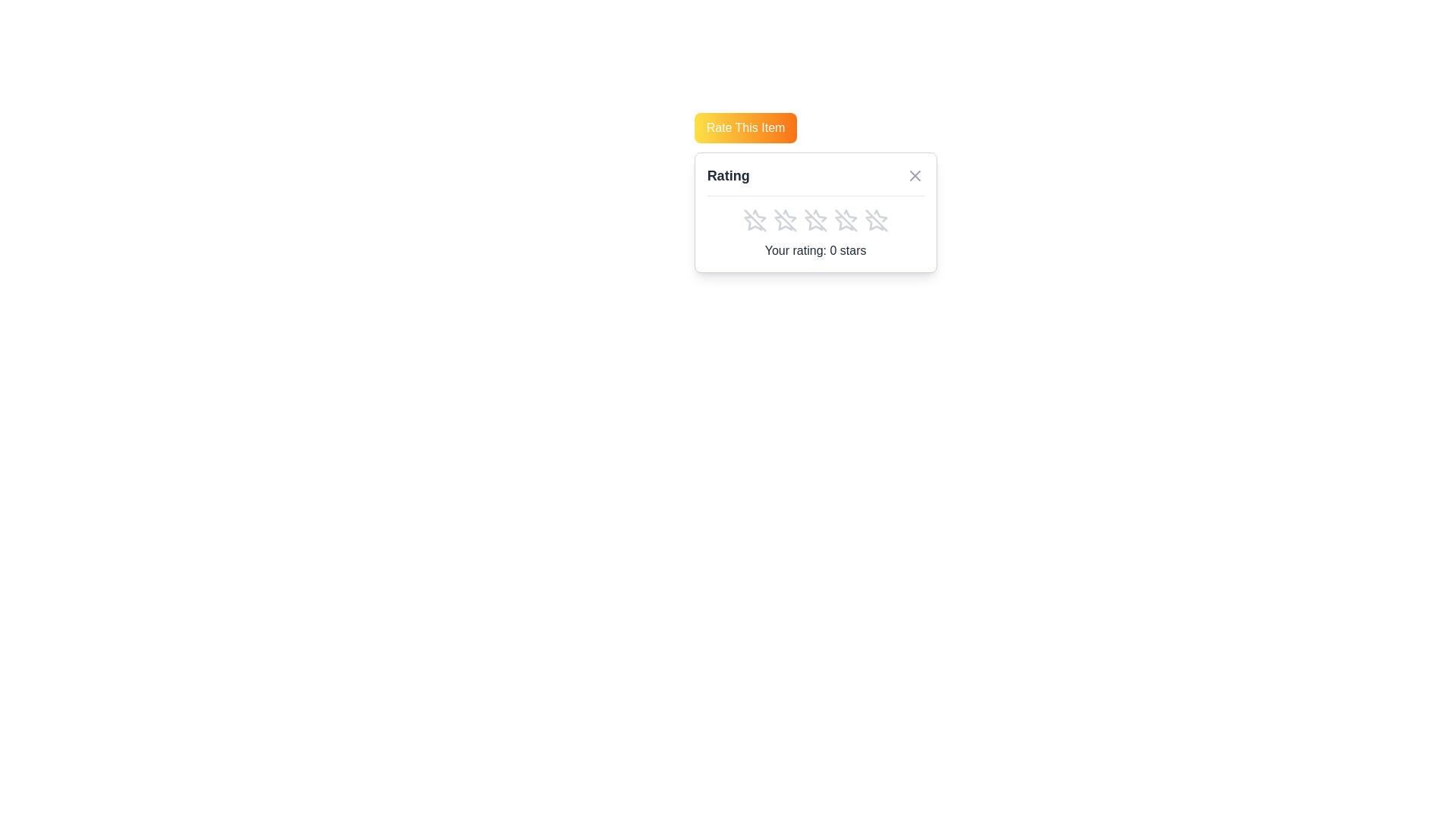 Image resolution: width=1456 pixels, height=819 pixels. What do you see at coordinates (785, 220) in the screenshot?
I see `the second star icon from the left` at bounding box center [785, 220].